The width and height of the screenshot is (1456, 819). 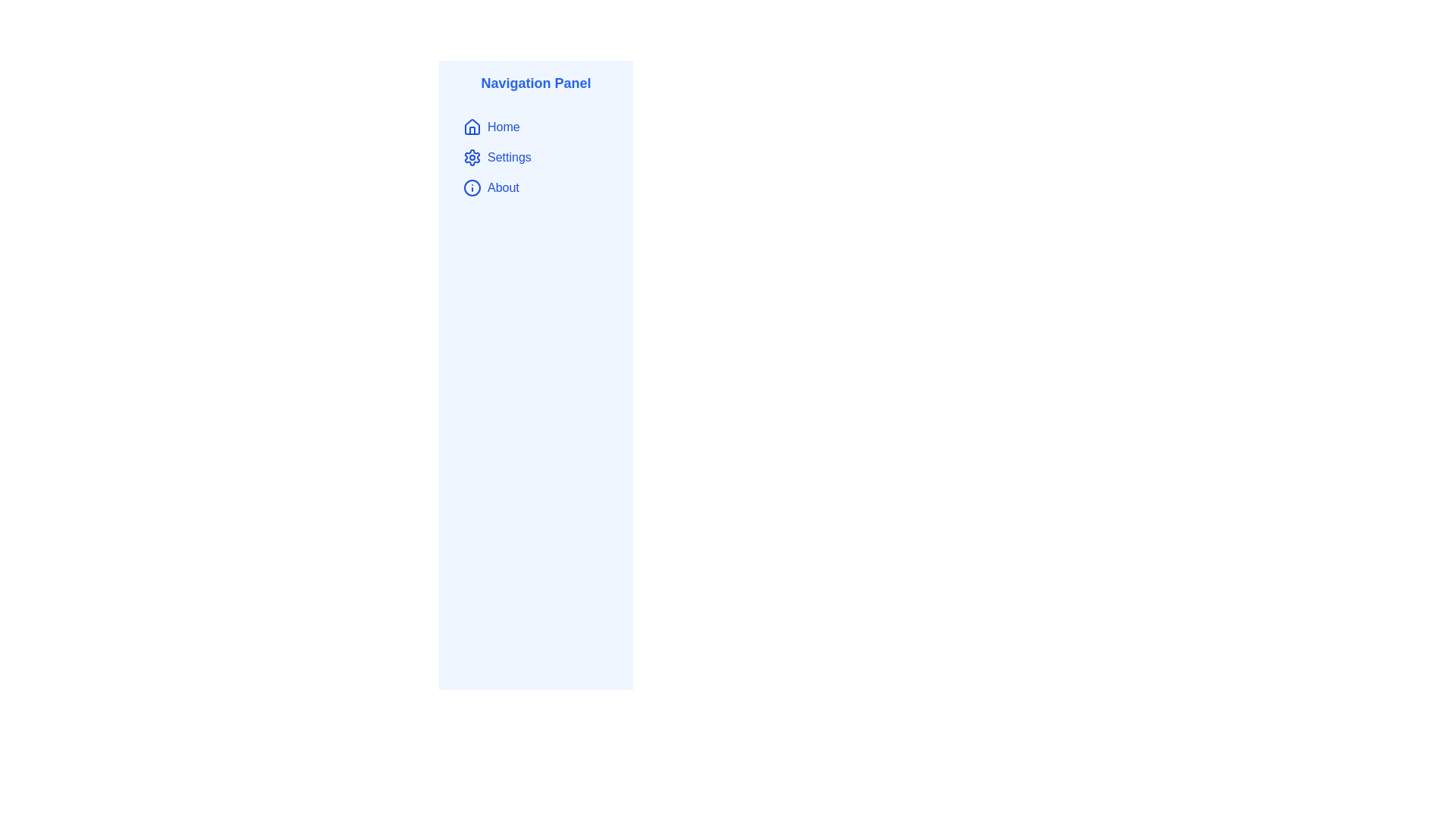 What do you see at coordinates (504, 127) in the screenshot?
I see `the 'Home' navigation label located within the navigation menu, positioned to the right of the house icon` at bounding box center [504, 127].